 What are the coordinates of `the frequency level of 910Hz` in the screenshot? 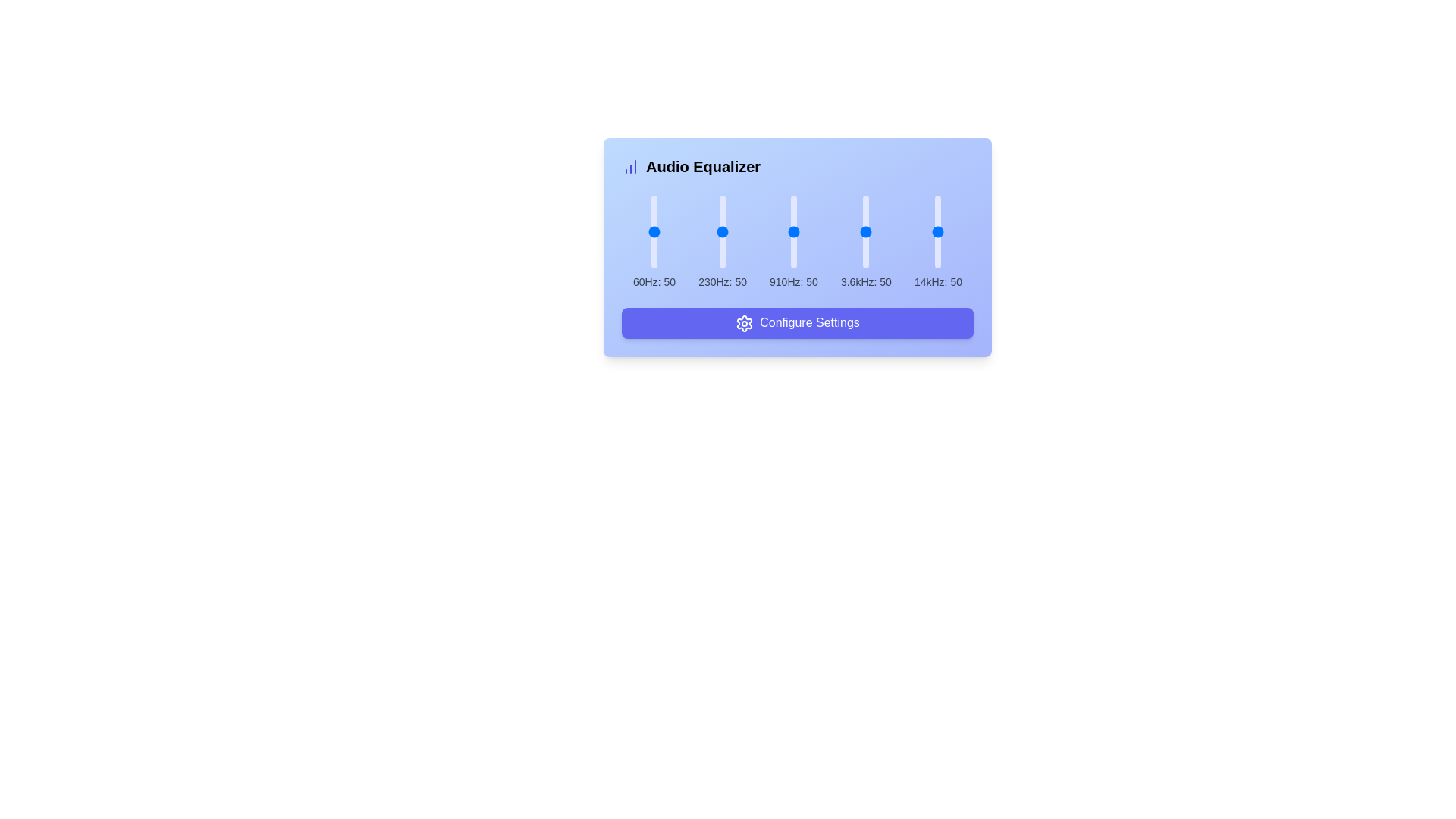 It's located at (792, 197).